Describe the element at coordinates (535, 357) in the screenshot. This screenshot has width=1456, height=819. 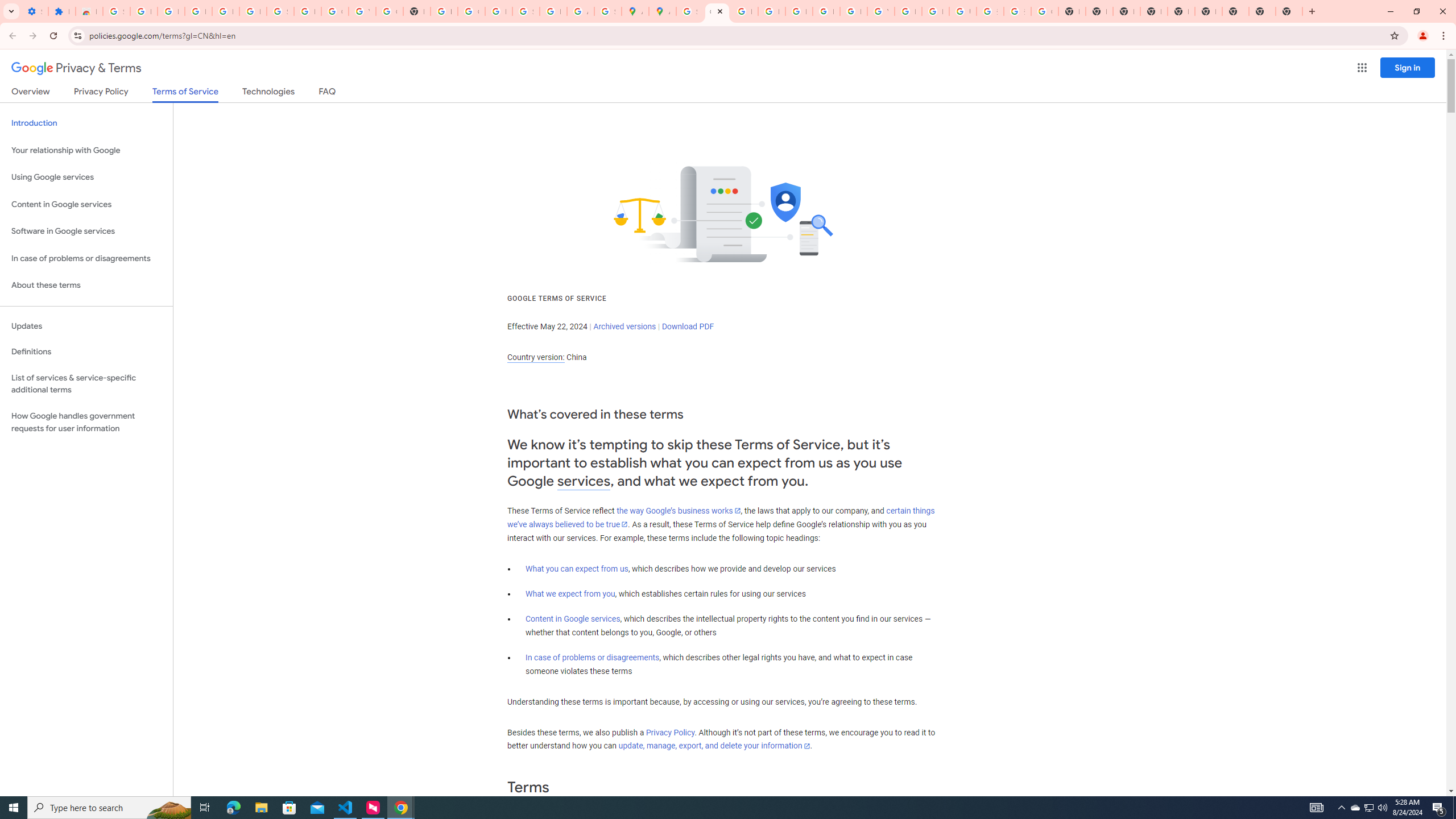
I see `'Country version:'` at that location.